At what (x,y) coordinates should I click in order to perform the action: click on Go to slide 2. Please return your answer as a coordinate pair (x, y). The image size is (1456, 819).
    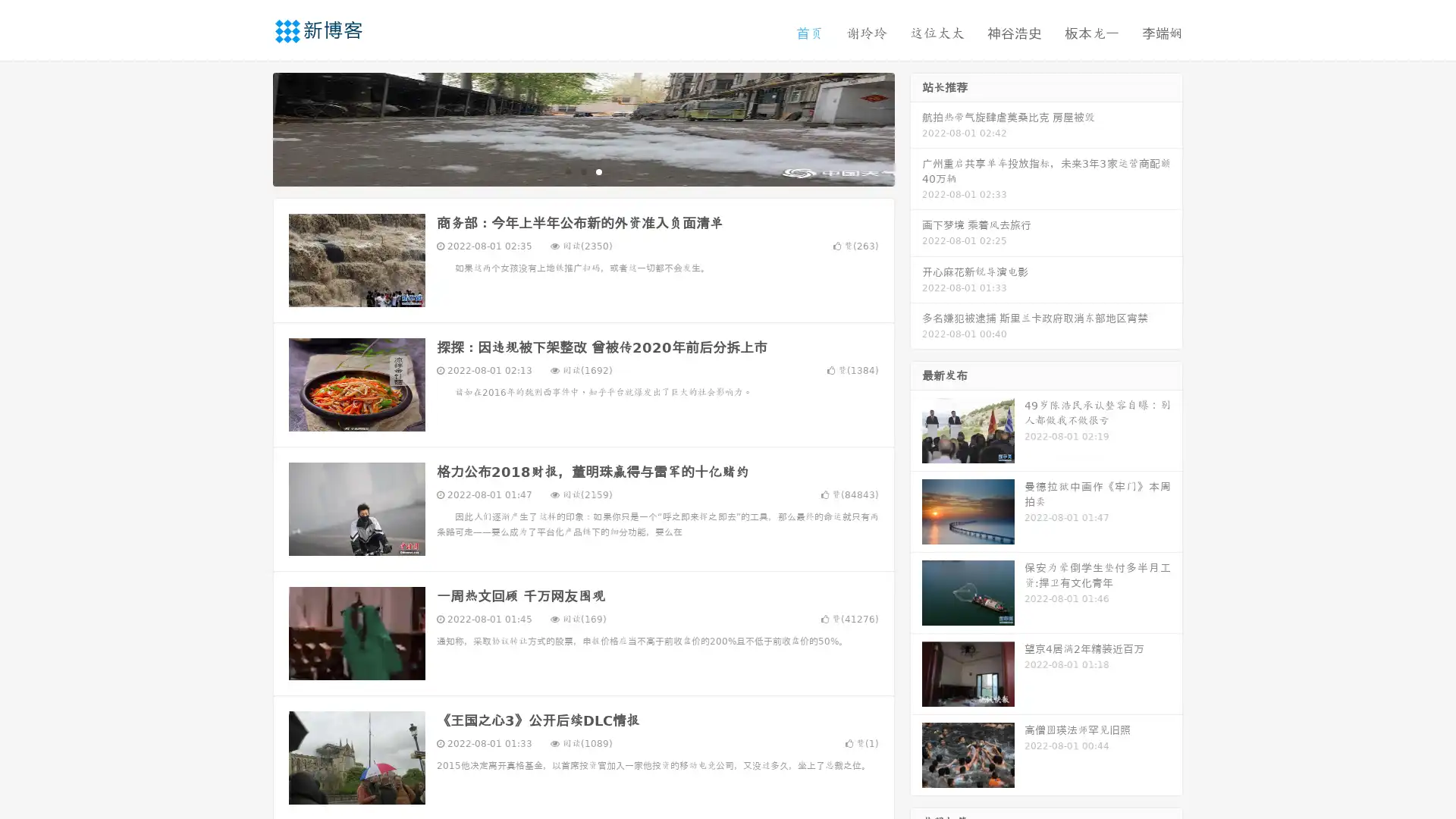
    Looking at the image, I should click on (582, 171).